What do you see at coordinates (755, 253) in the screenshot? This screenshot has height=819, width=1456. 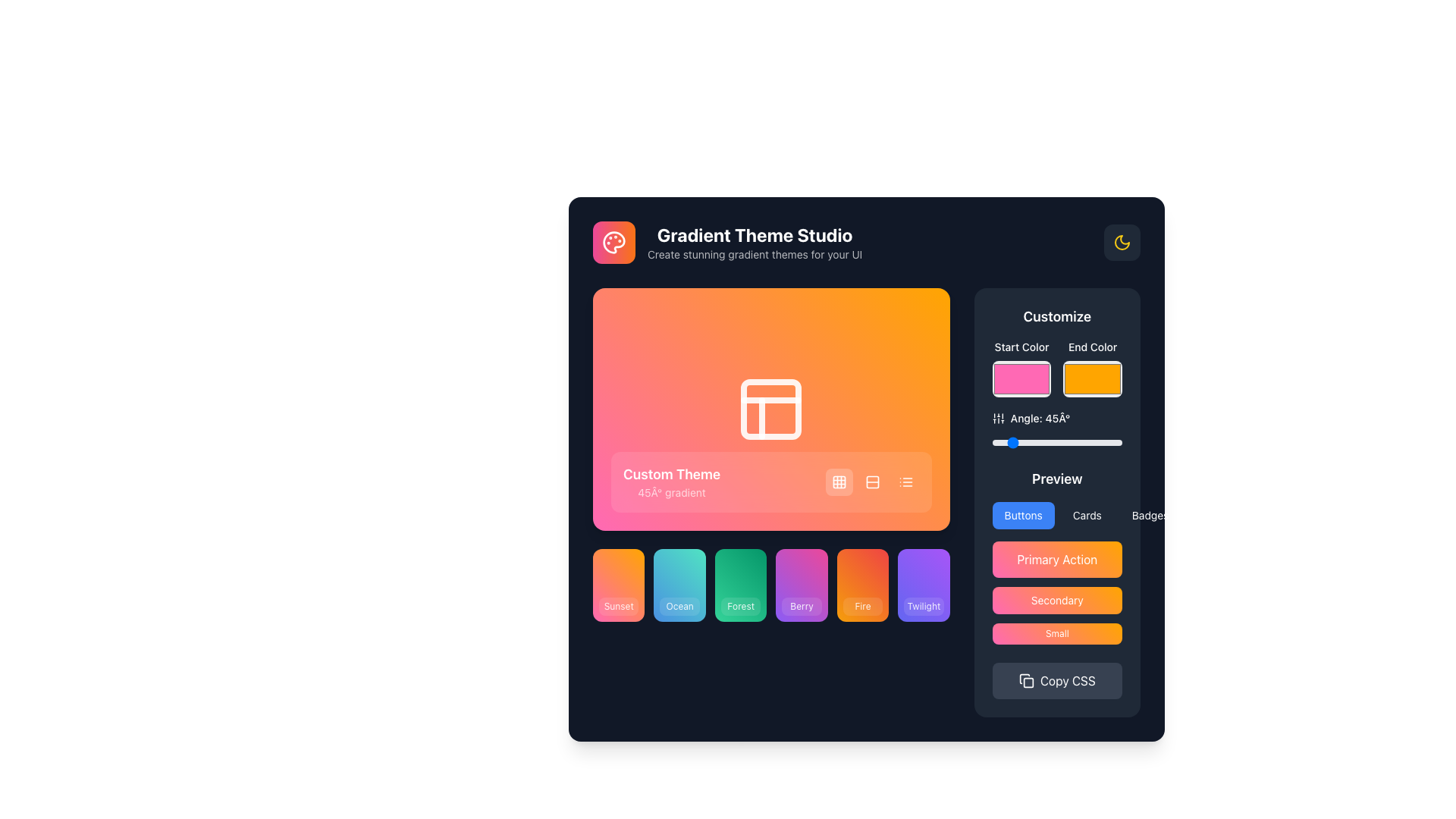 I see `text that appears just beneath the title 'Gradient Theme Studio', which is styled in a smaller, semi-transparent font and reads 'Create stunning gradient themes for your UI'` at bounding box center [755, 253].